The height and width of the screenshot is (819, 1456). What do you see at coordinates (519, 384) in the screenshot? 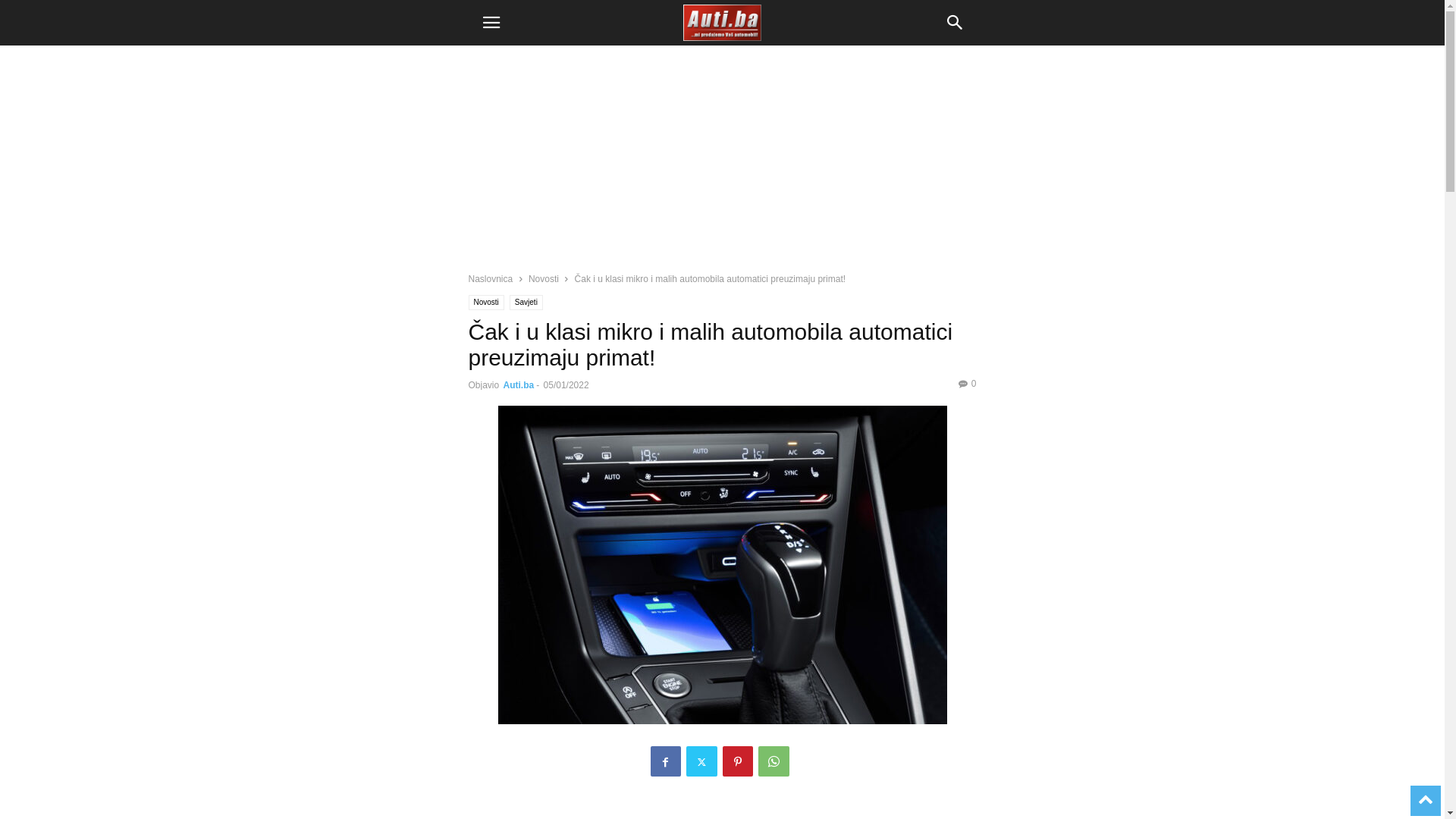
I see `'Auti.ba'` at bounding box center [519, 384].